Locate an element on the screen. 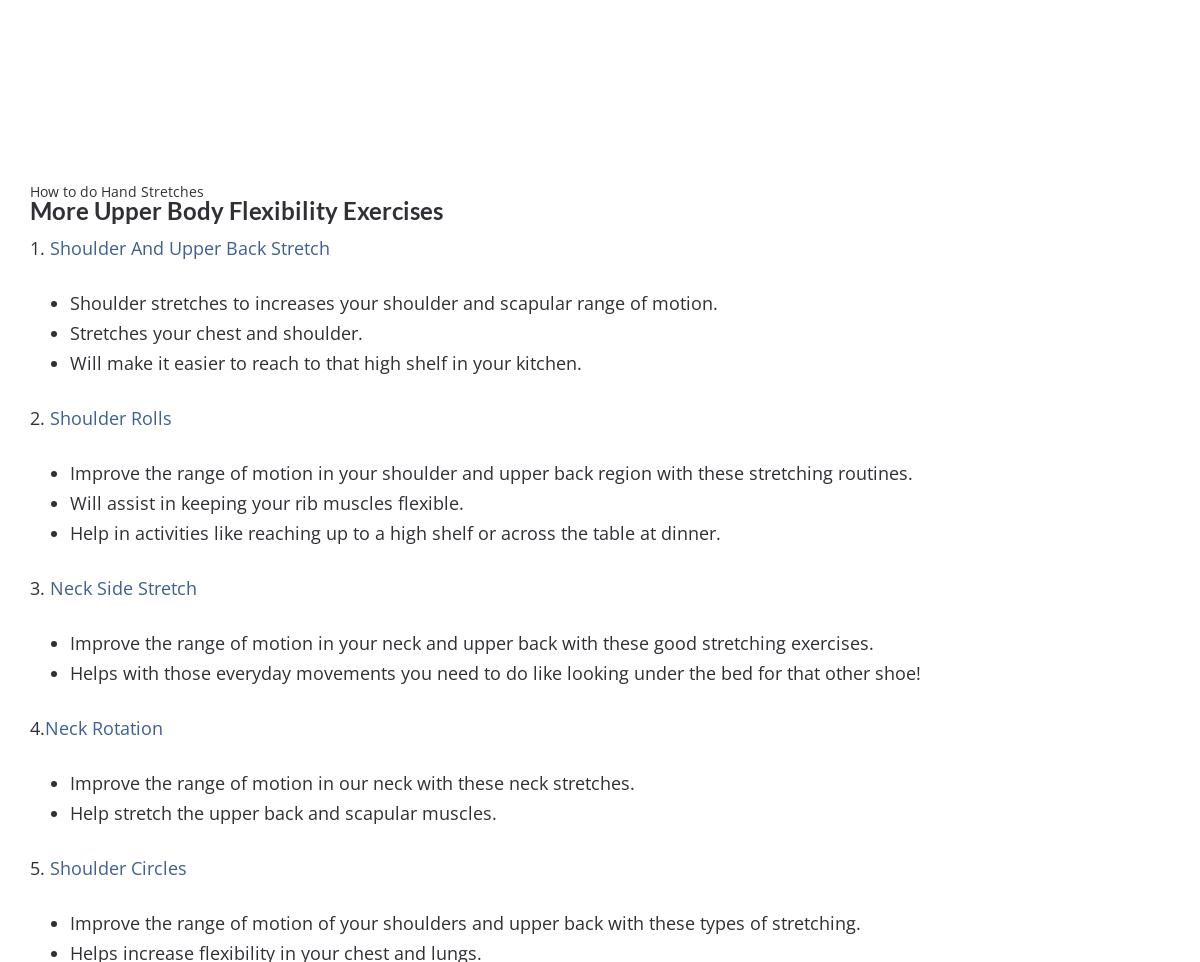 The height and width of the screenshot is (962, 1200). 'Improve the range of motion in your shoulder and upper back region with these stretching routines.' is located at coordinates (490, 471).